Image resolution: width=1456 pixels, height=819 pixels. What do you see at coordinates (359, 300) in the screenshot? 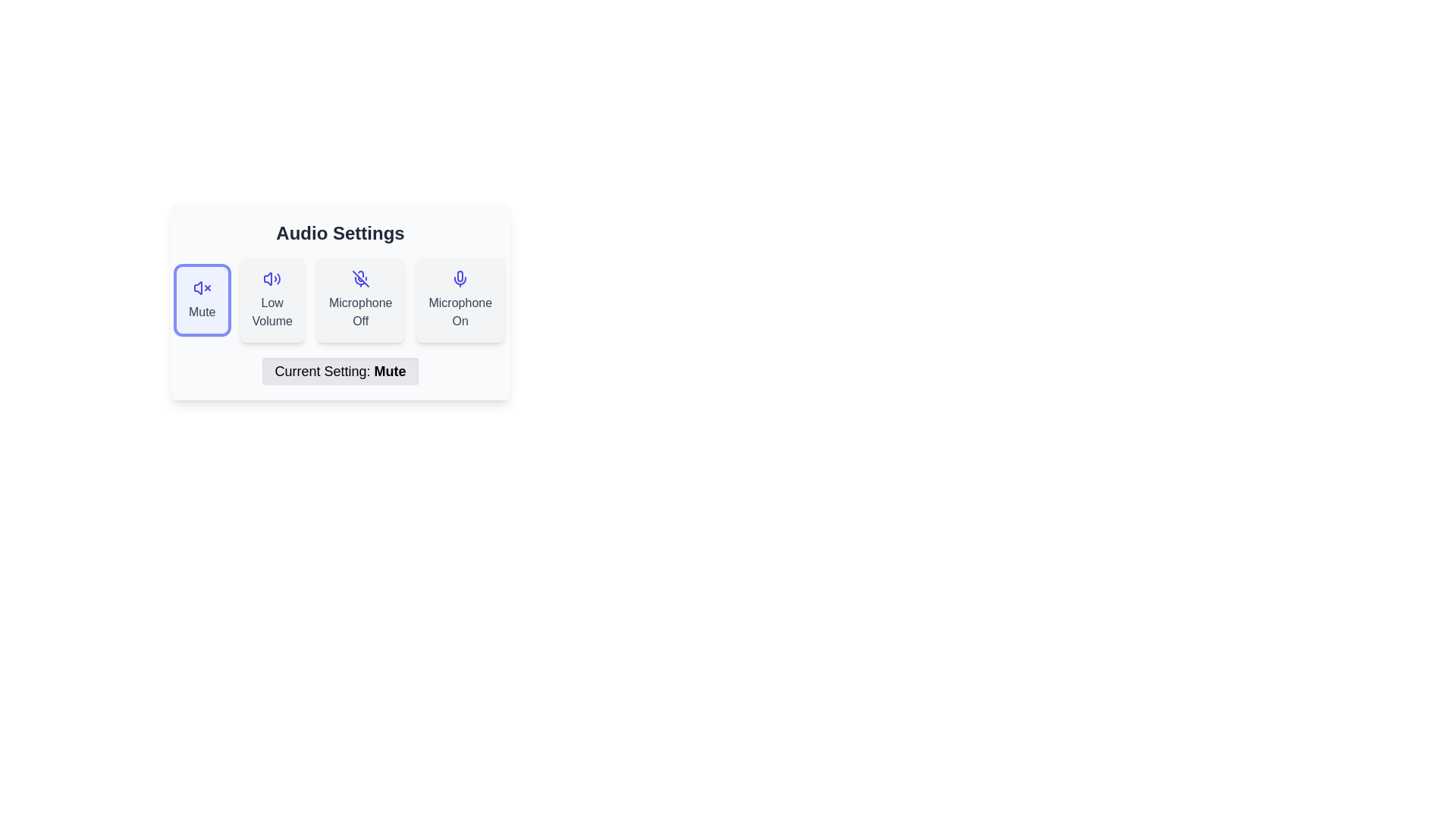
I see `the 'Microphone Off' button, which has a purple microphone icon with a slash and label 'Microphone Off' in dark gray text, to trigger a tooltip or highlight` at bounding box center [359, 300].